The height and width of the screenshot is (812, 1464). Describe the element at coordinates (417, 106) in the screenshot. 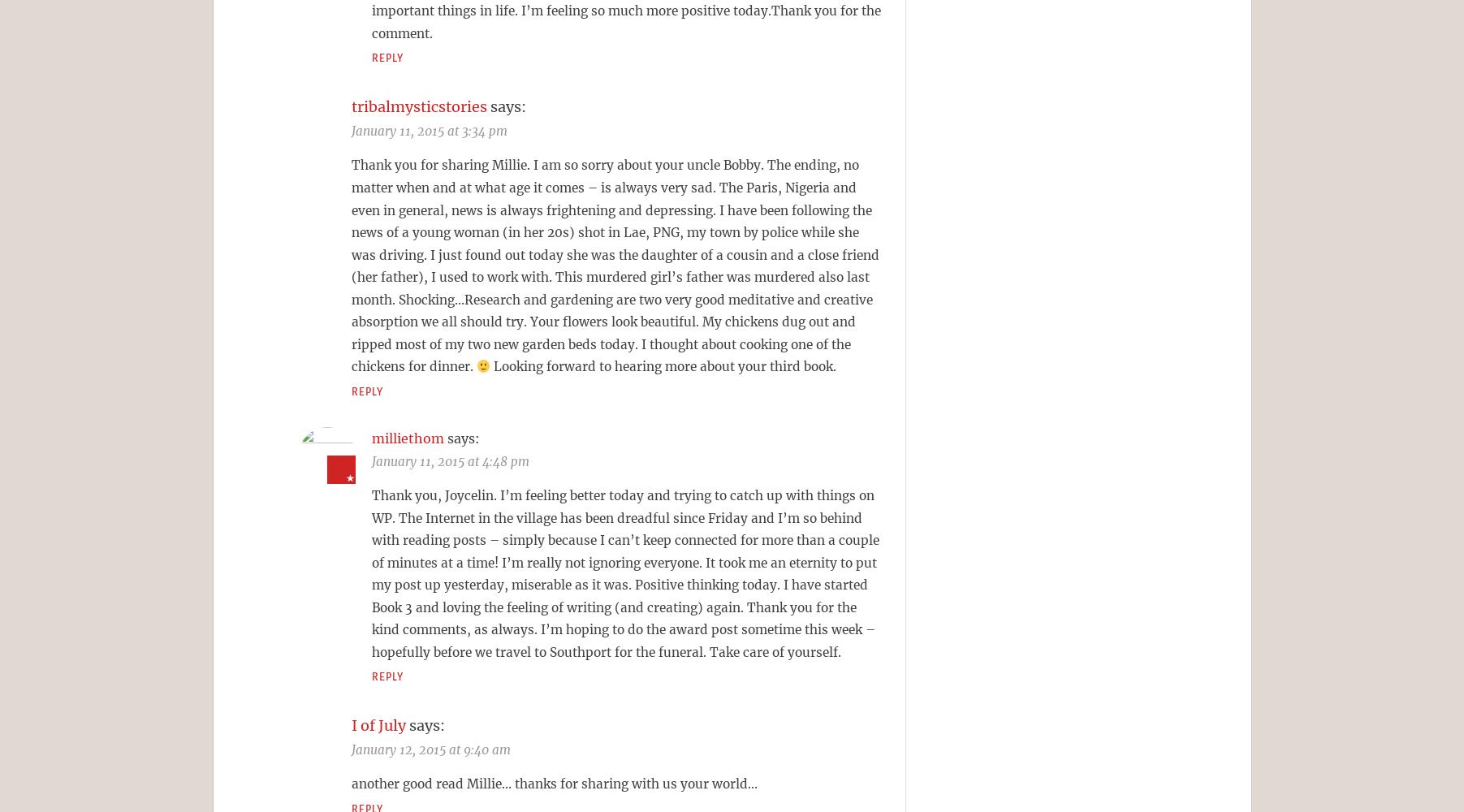

I see `'tribalmysticstories'` at that location.